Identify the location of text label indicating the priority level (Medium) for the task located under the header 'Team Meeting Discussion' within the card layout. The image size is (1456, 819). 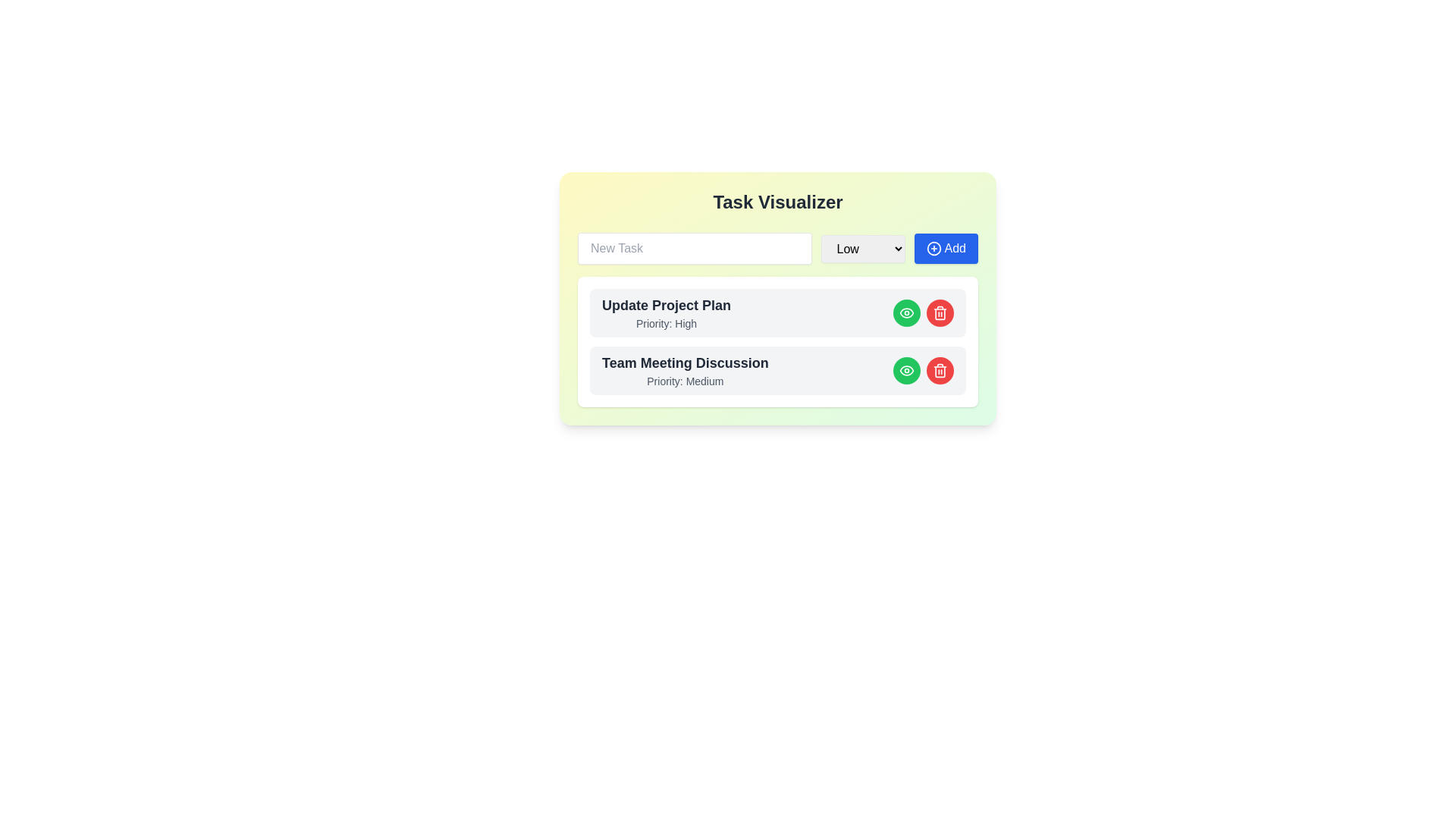
(684, 380).